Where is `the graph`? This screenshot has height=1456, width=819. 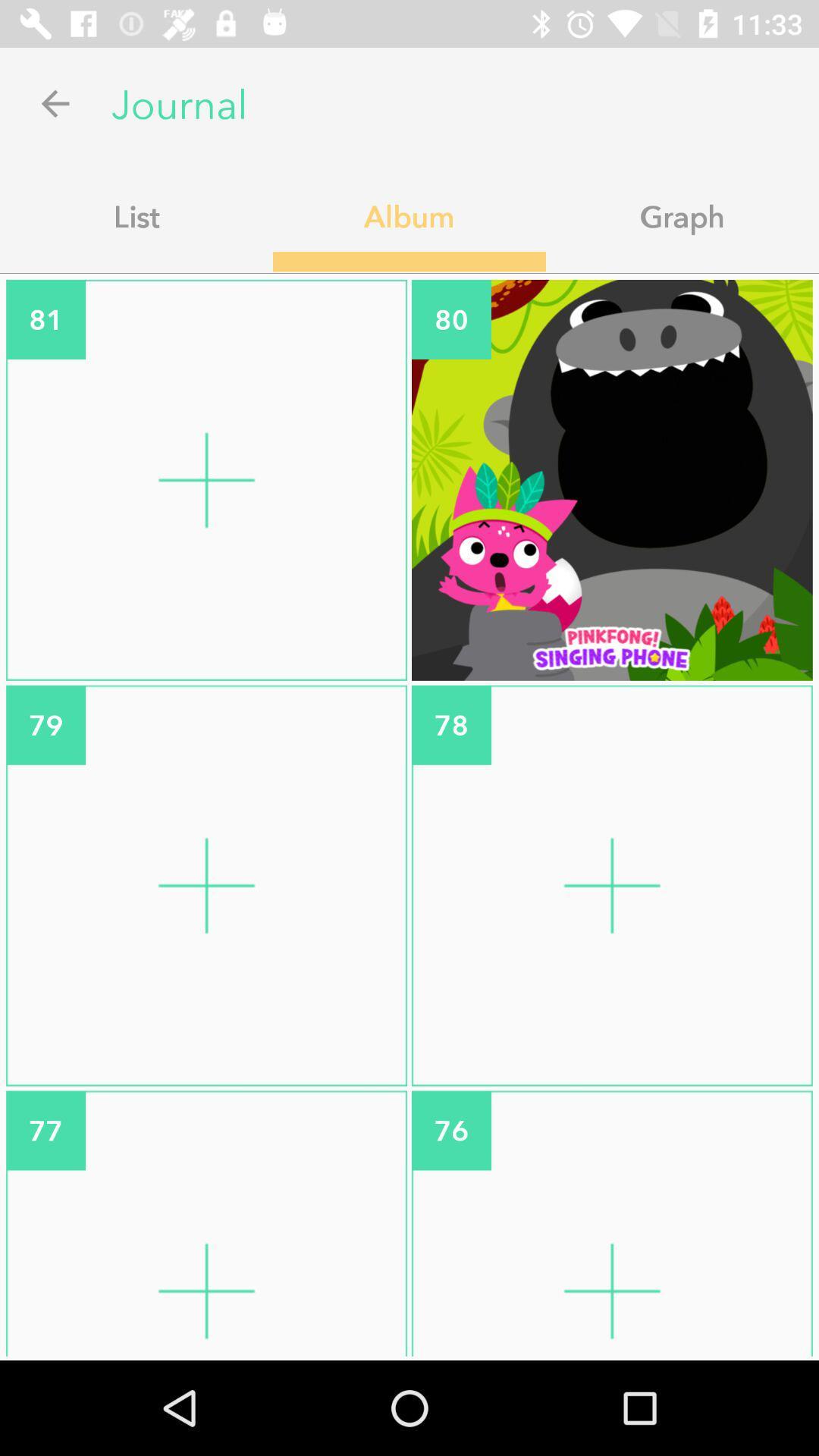 the graph is located at coordinates (681, 215).